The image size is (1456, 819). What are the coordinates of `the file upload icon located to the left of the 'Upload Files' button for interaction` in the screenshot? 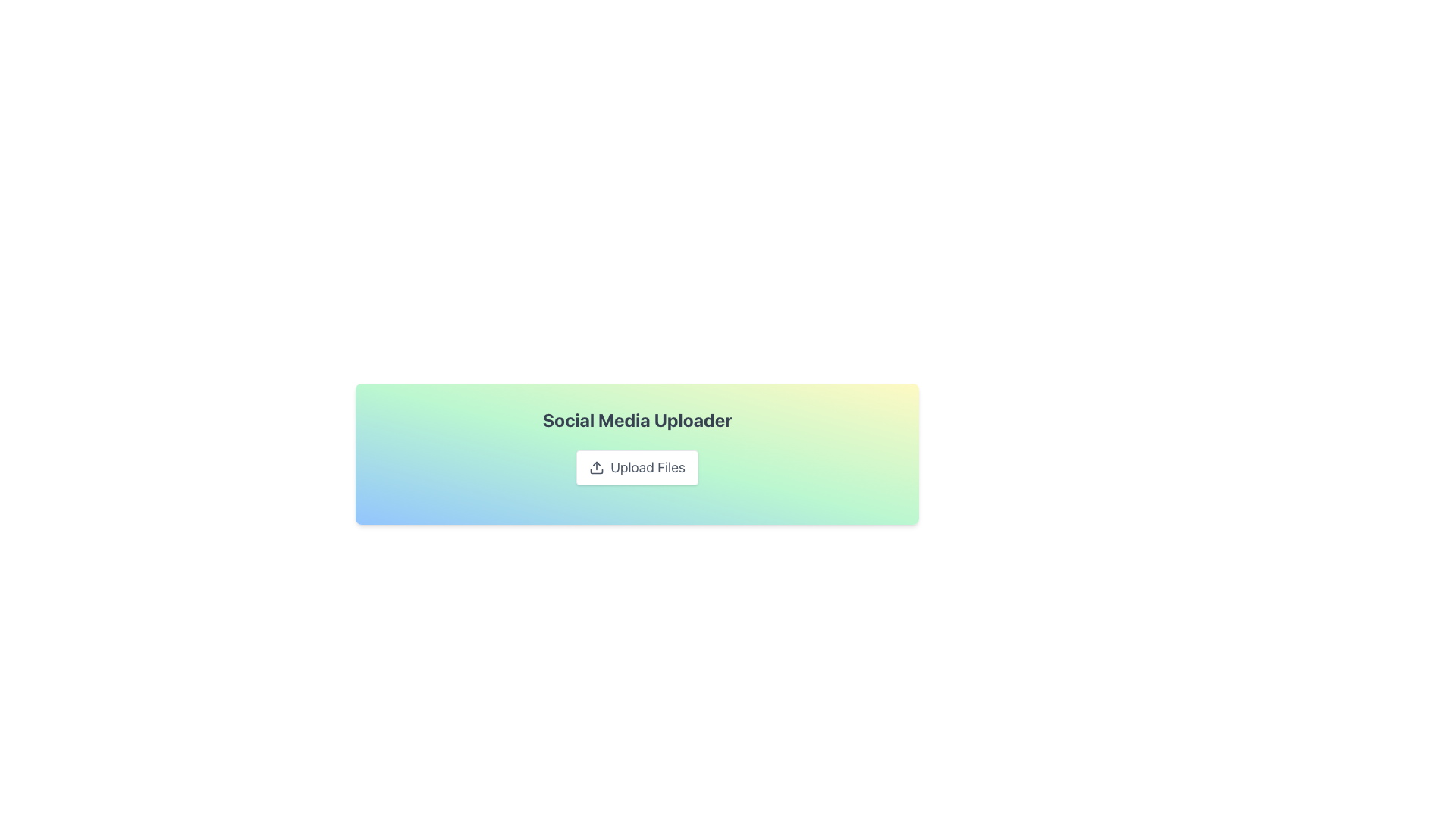 It's located at (596, 467).